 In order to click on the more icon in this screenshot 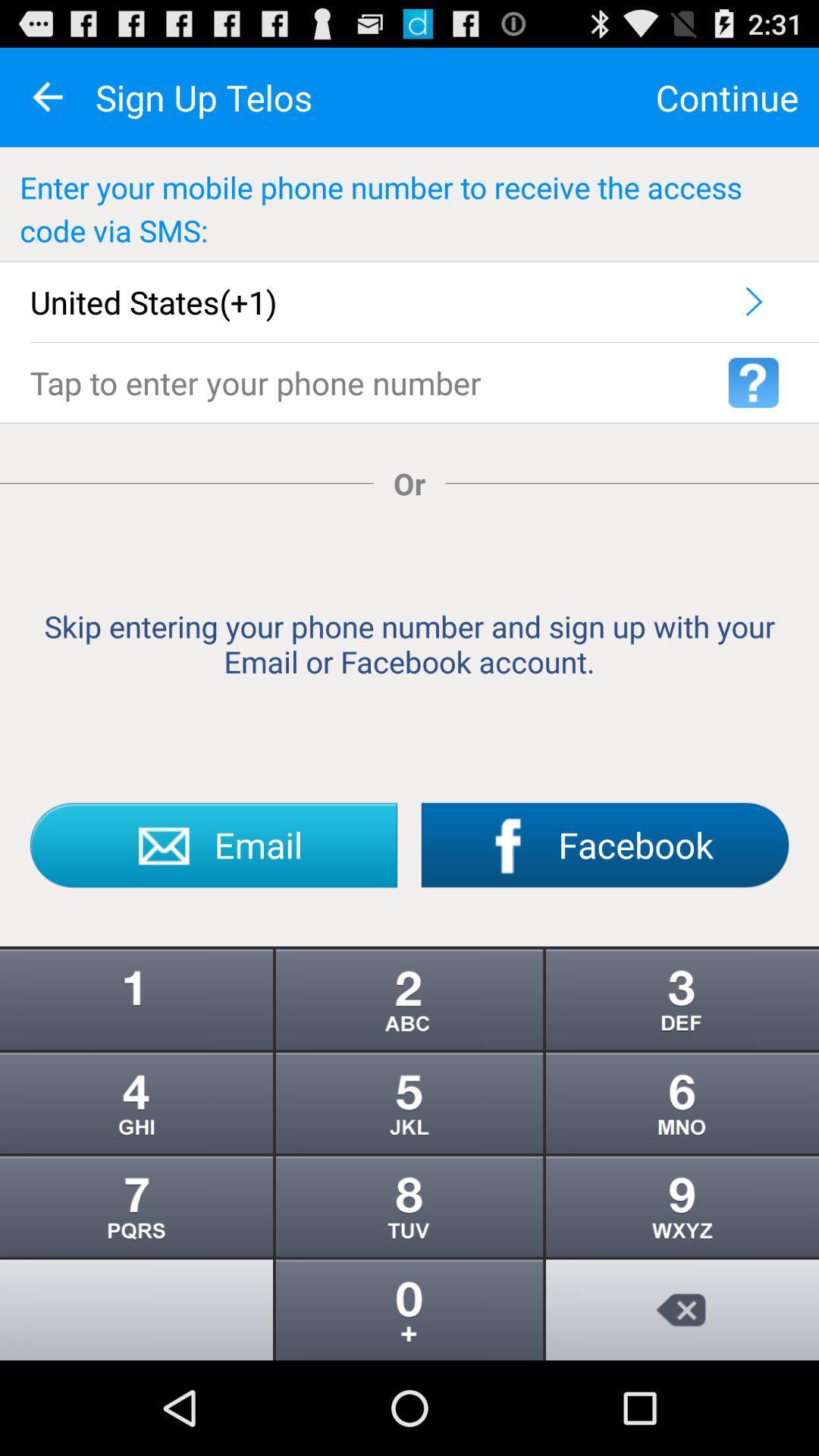, I will do `click(681, 1068)`.